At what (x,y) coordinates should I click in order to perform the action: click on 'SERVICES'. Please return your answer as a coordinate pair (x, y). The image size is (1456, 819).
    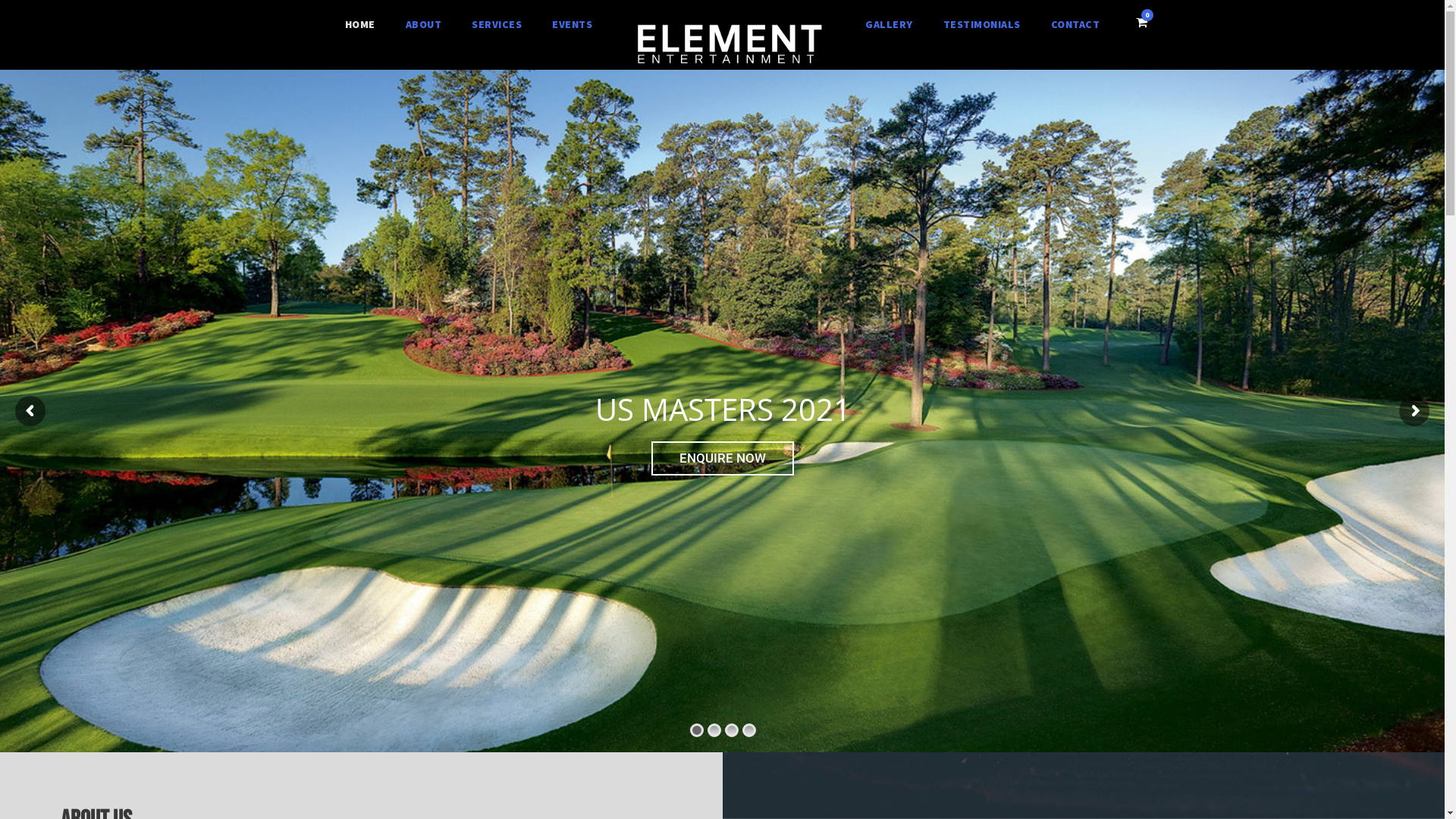
    Looking at the image, I should click on (496, 25).